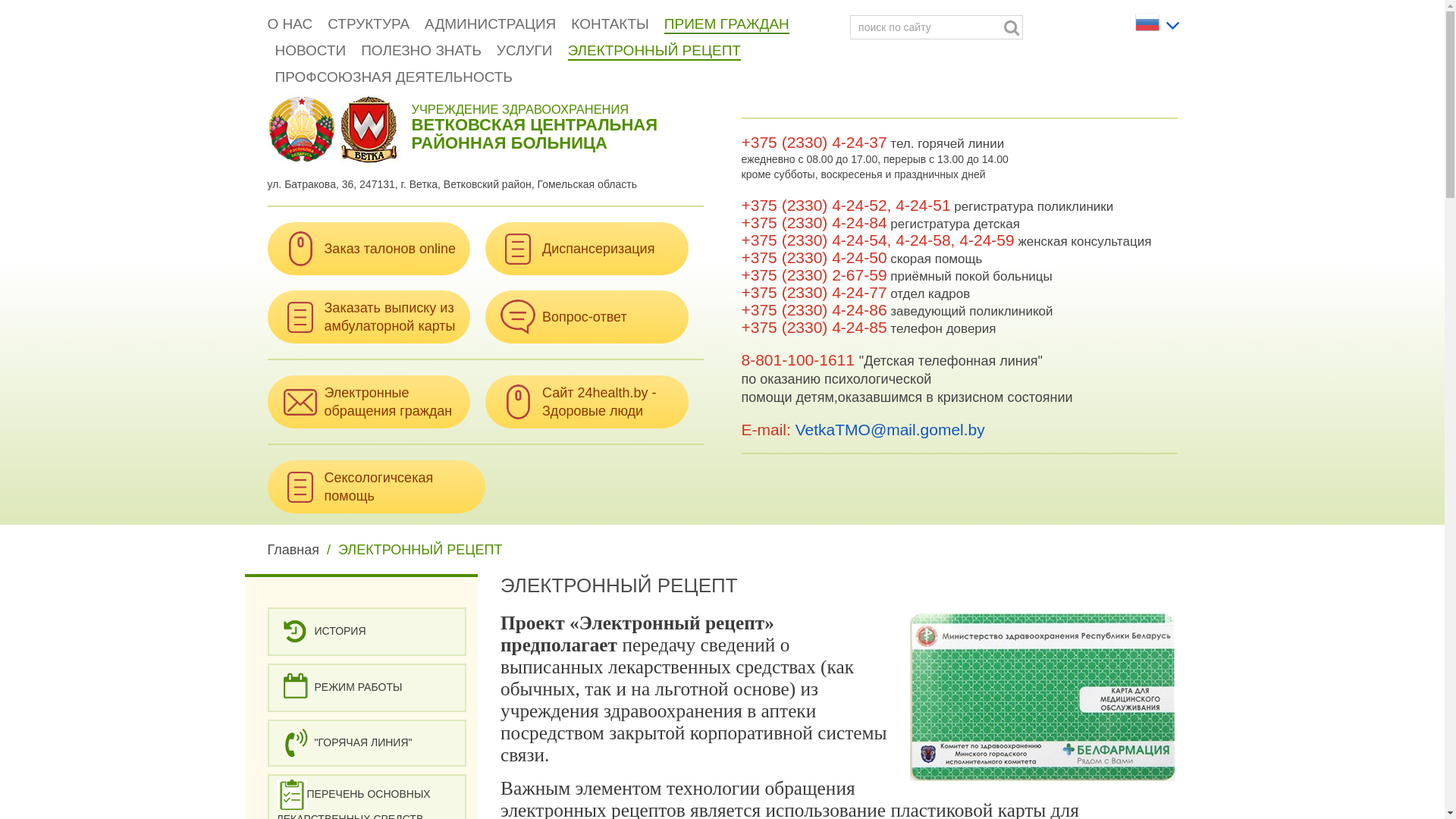 This screenshot has width=1456, height=819. What do you see at coordinates (890, 429) in the screenshot?
I see `'VetkaTMO@mail.gomel.by'` at bounding box center [890, 429].